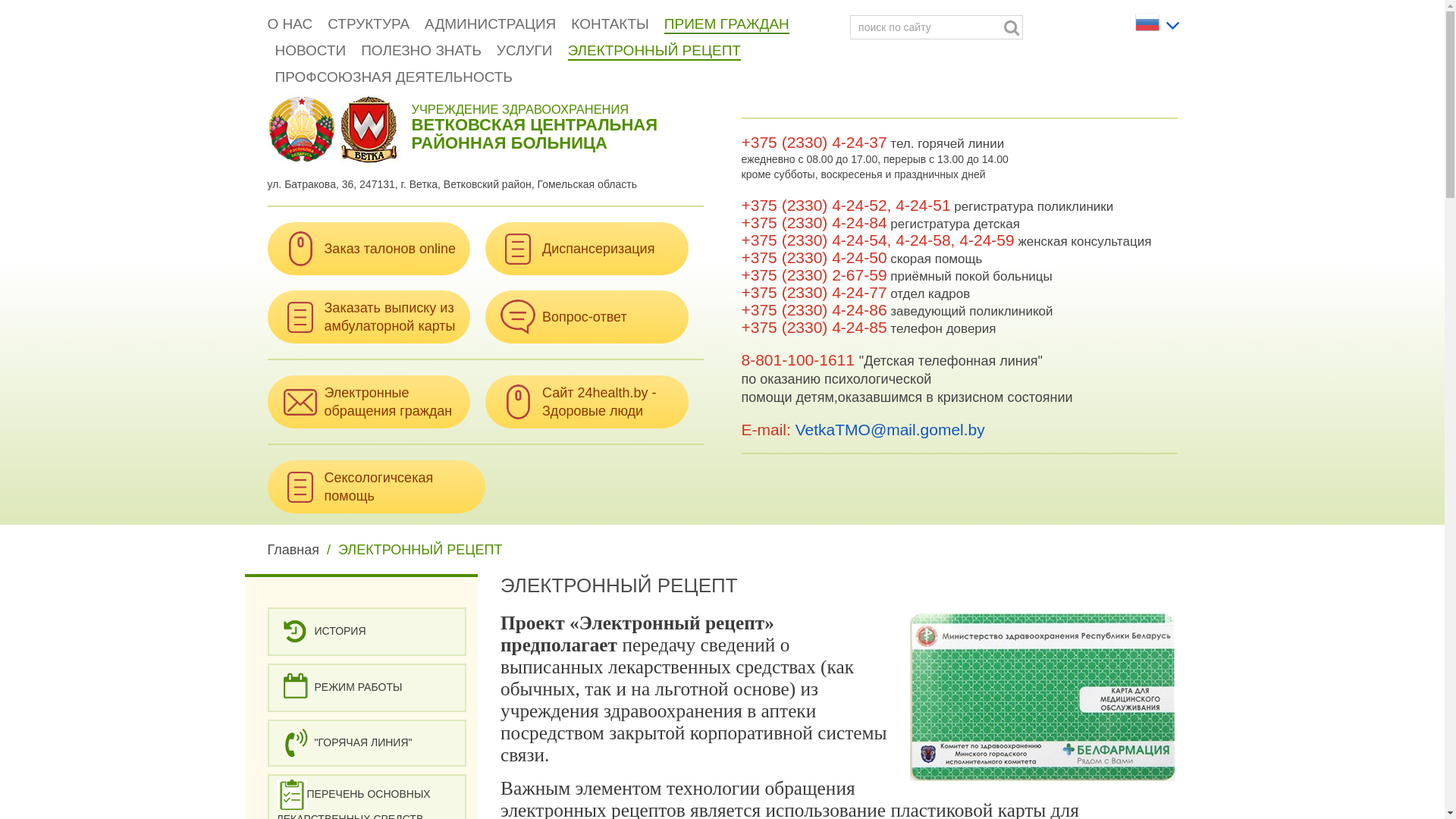 This screenshot has width=1456, height=819. What do you see at coordinates (890, 429) in the screenshot?
I see `'VetkaTMO@mail.gomel.by'` at bounding box center [890, 429].